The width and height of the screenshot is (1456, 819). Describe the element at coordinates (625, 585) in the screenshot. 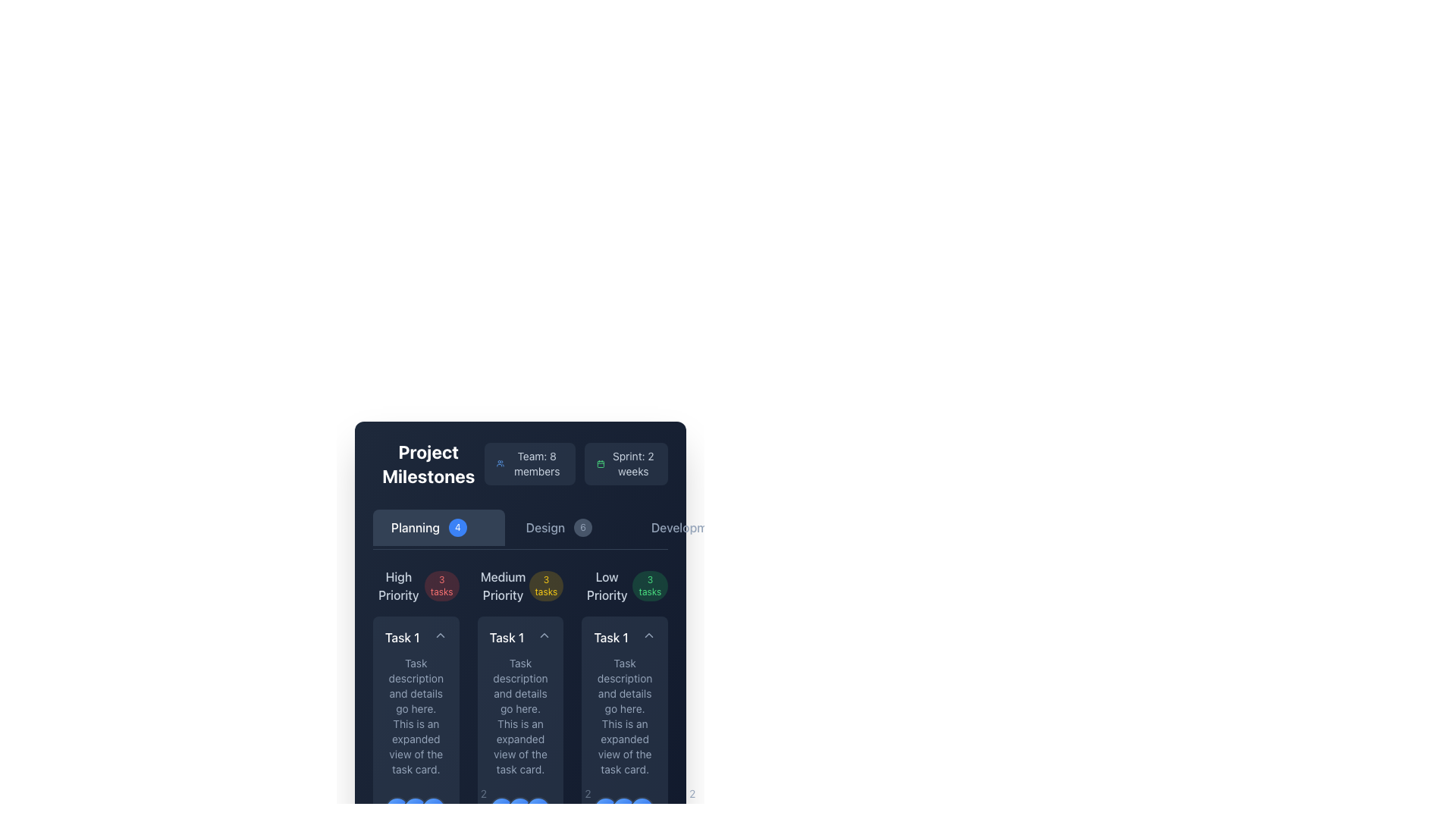

I see `the Category Header Label located in the Planning section of the third column` at that location.